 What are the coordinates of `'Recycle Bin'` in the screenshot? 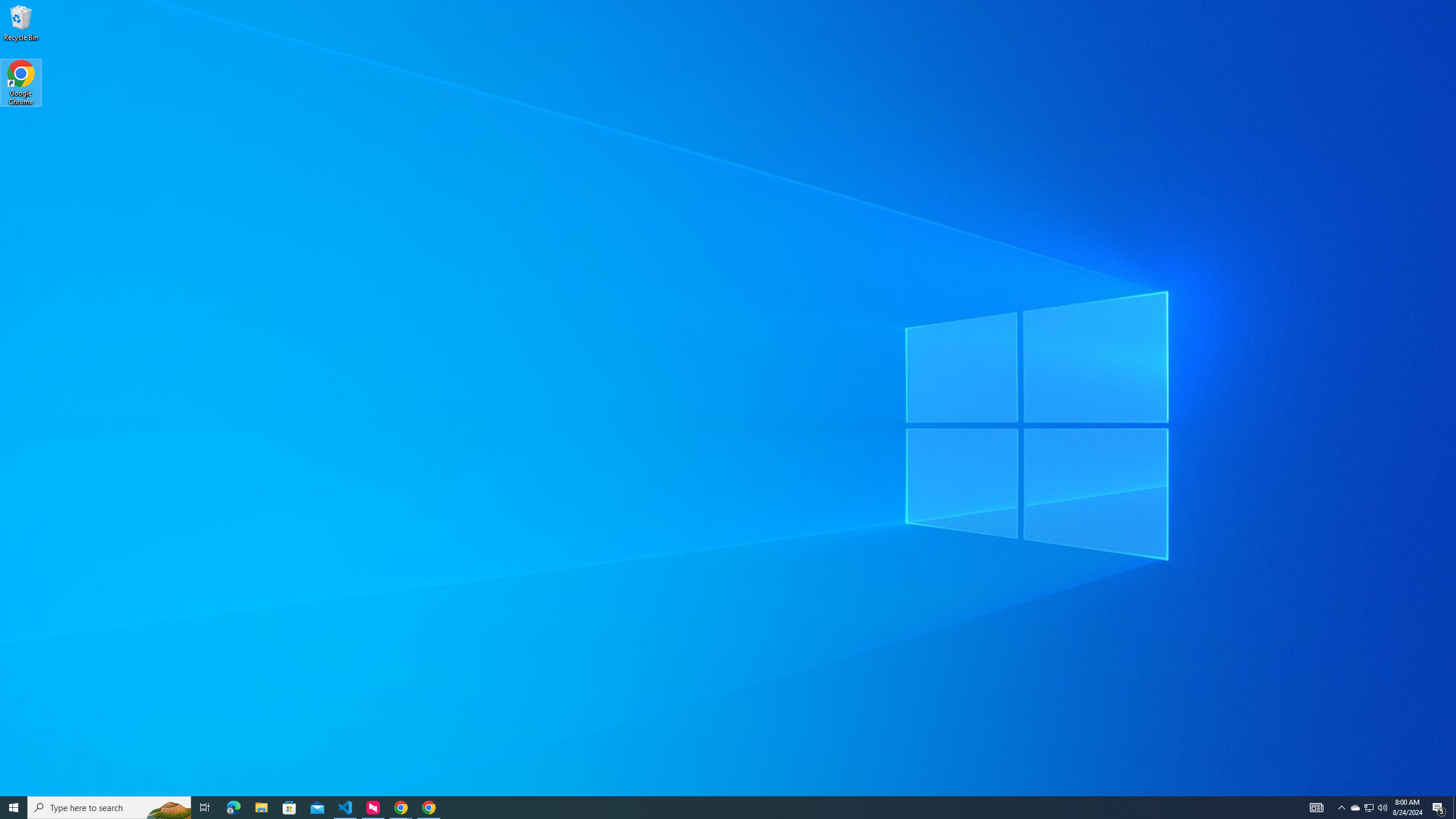 It's located at (20, 22).